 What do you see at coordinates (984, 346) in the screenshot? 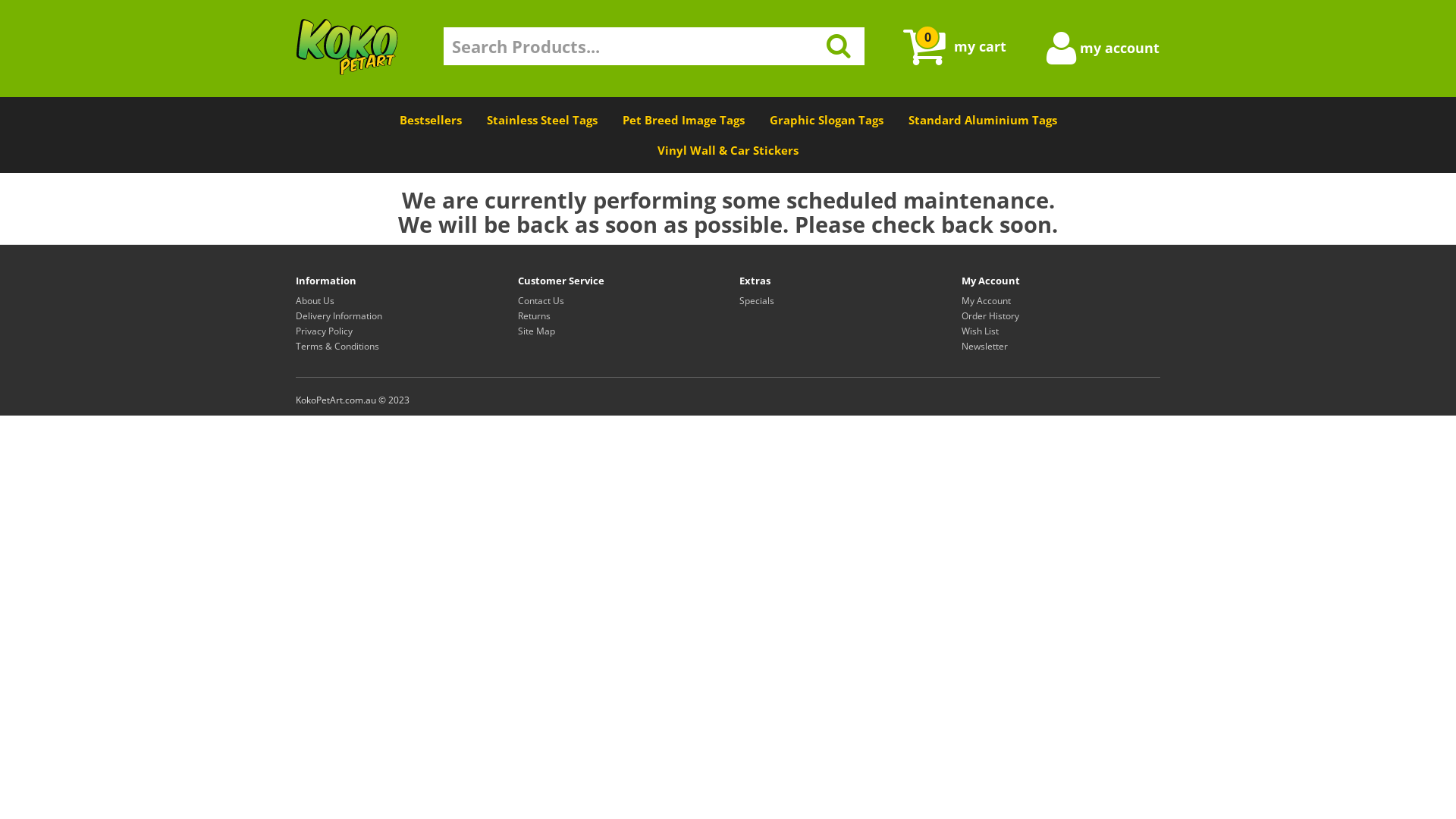
I see `'Newsletter'` at bounding box center [984, 346].